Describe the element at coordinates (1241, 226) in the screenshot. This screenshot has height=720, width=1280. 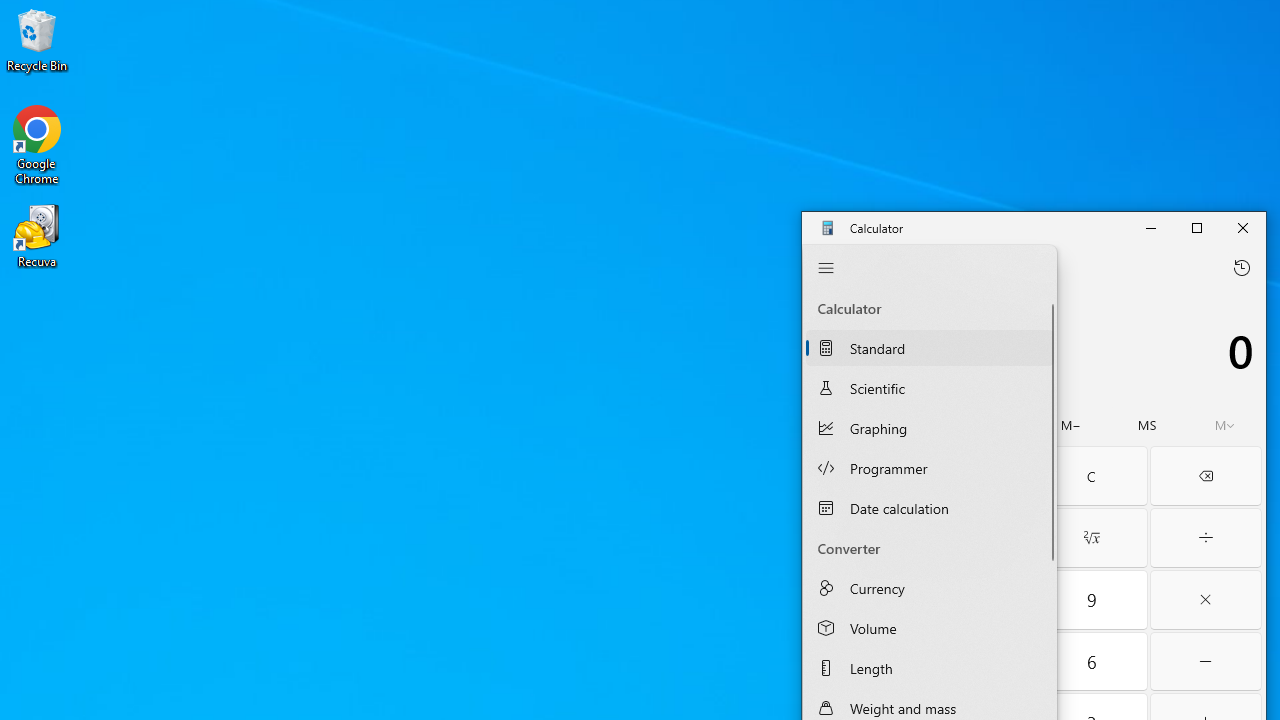
I see `'Close Calculator'` at that location.